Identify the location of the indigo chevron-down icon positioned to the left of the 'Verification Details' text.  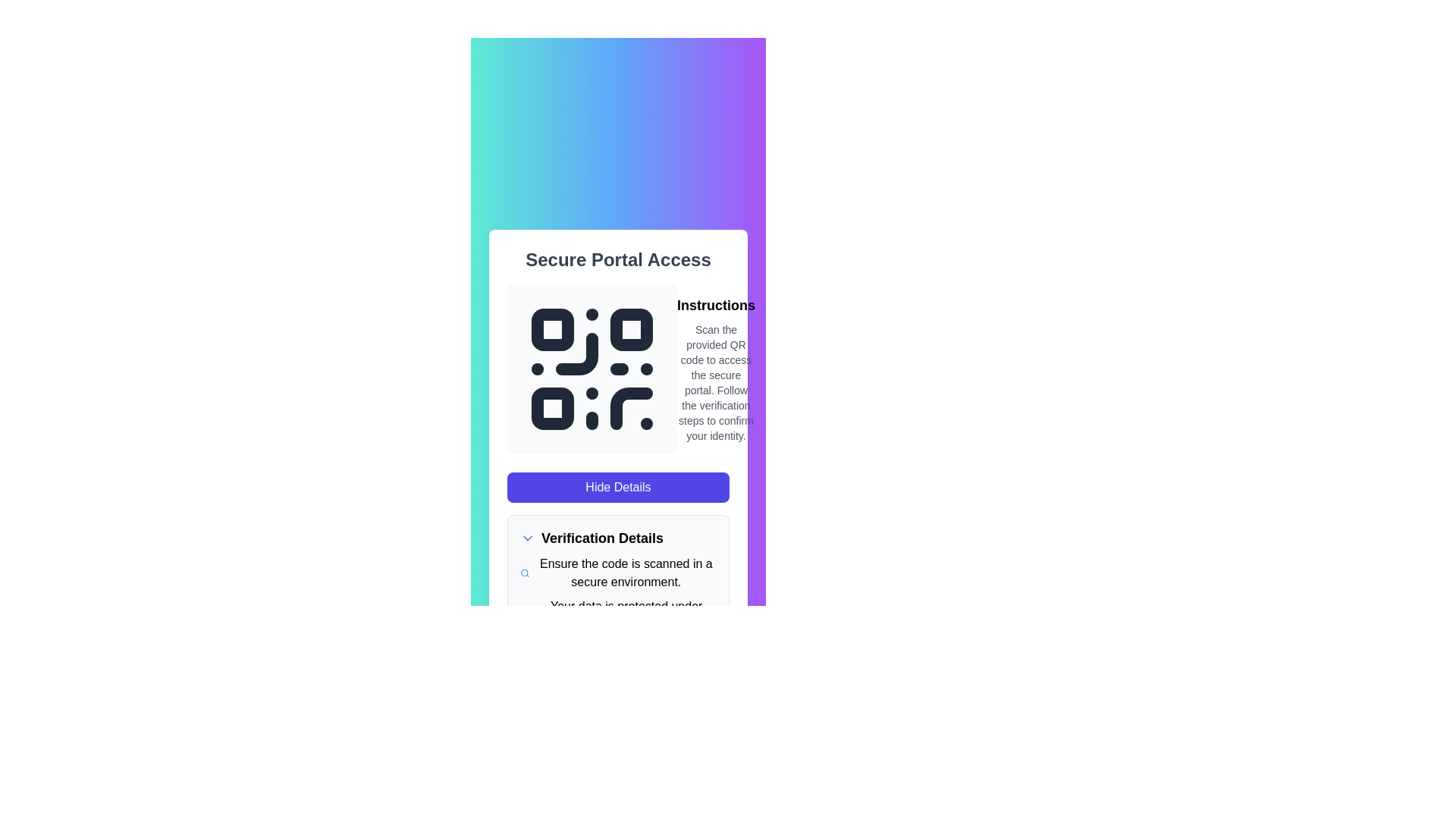
(528, 537).